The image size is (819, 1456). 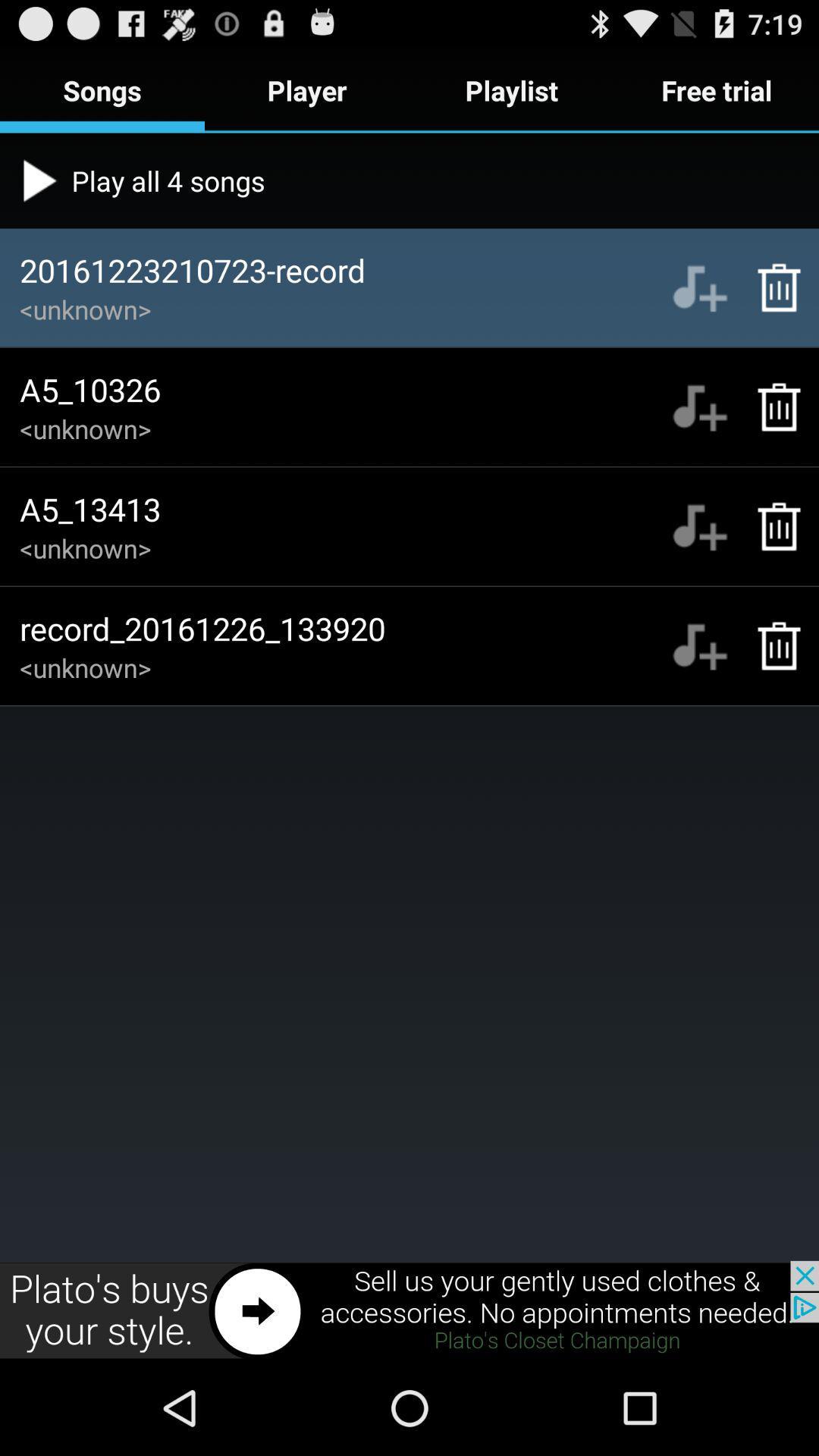 What do you see at coordinates (771, 407) in the screenshot?
I see `delete option` at bounding box center [771, 407].